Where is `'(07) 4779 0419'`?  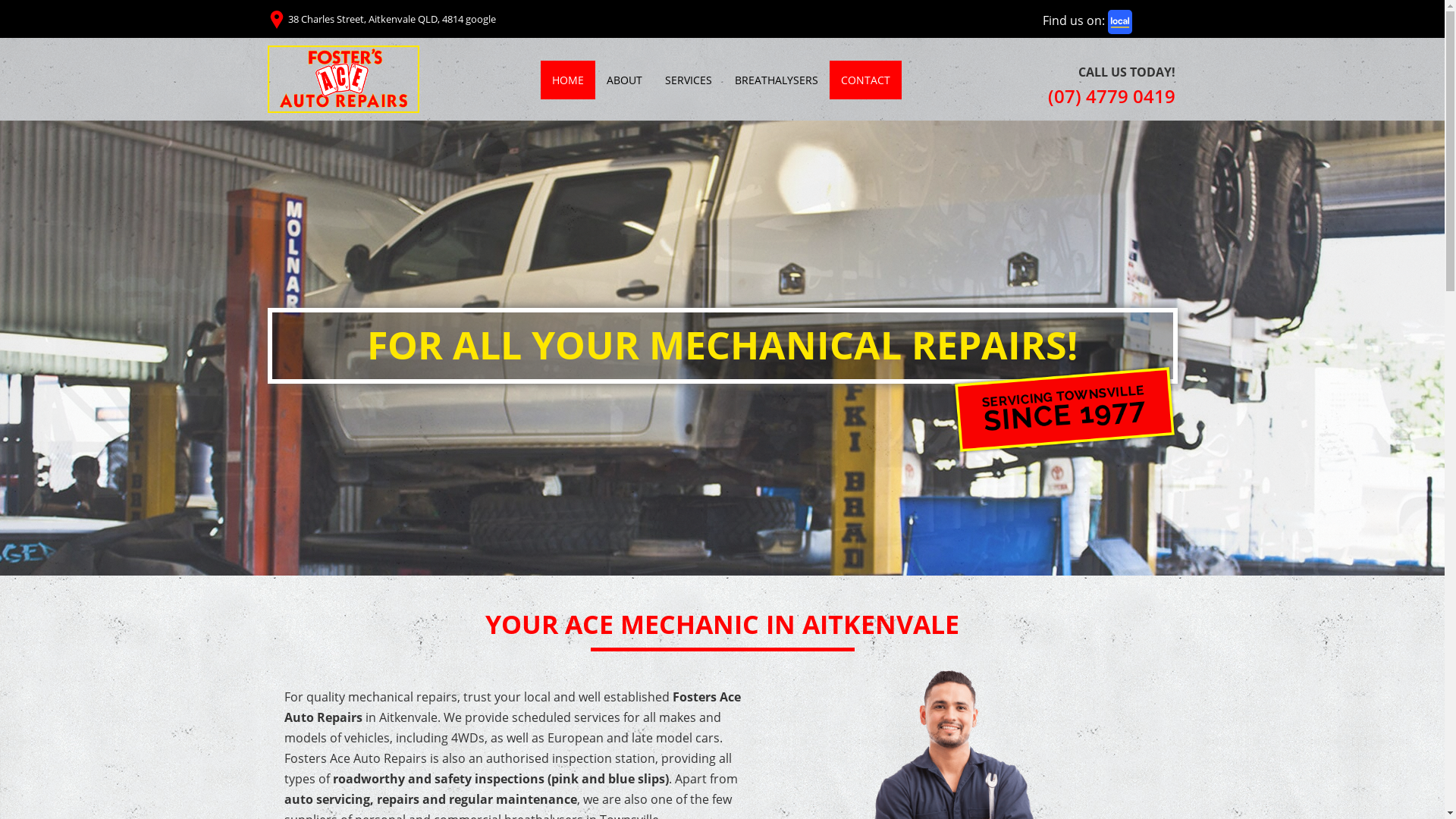
'(07) 4779 0419' is located at coordinates (1111, 96).